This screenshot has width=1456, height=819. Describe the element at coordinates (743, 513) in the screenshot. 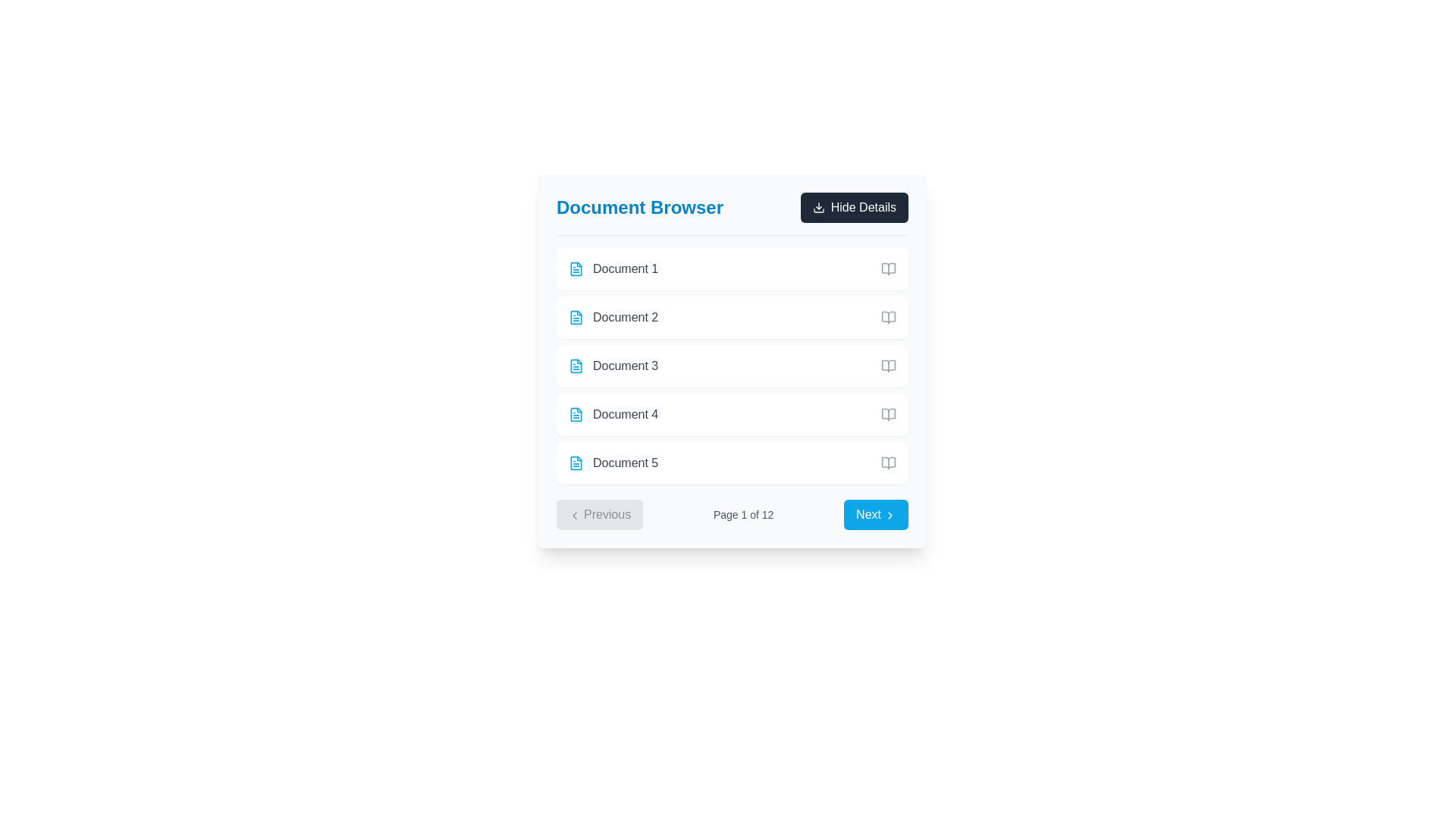

I see `the pagination text label that reads 'Page 1 of 12', which is centrally aligned within the pagination bar` at that location.